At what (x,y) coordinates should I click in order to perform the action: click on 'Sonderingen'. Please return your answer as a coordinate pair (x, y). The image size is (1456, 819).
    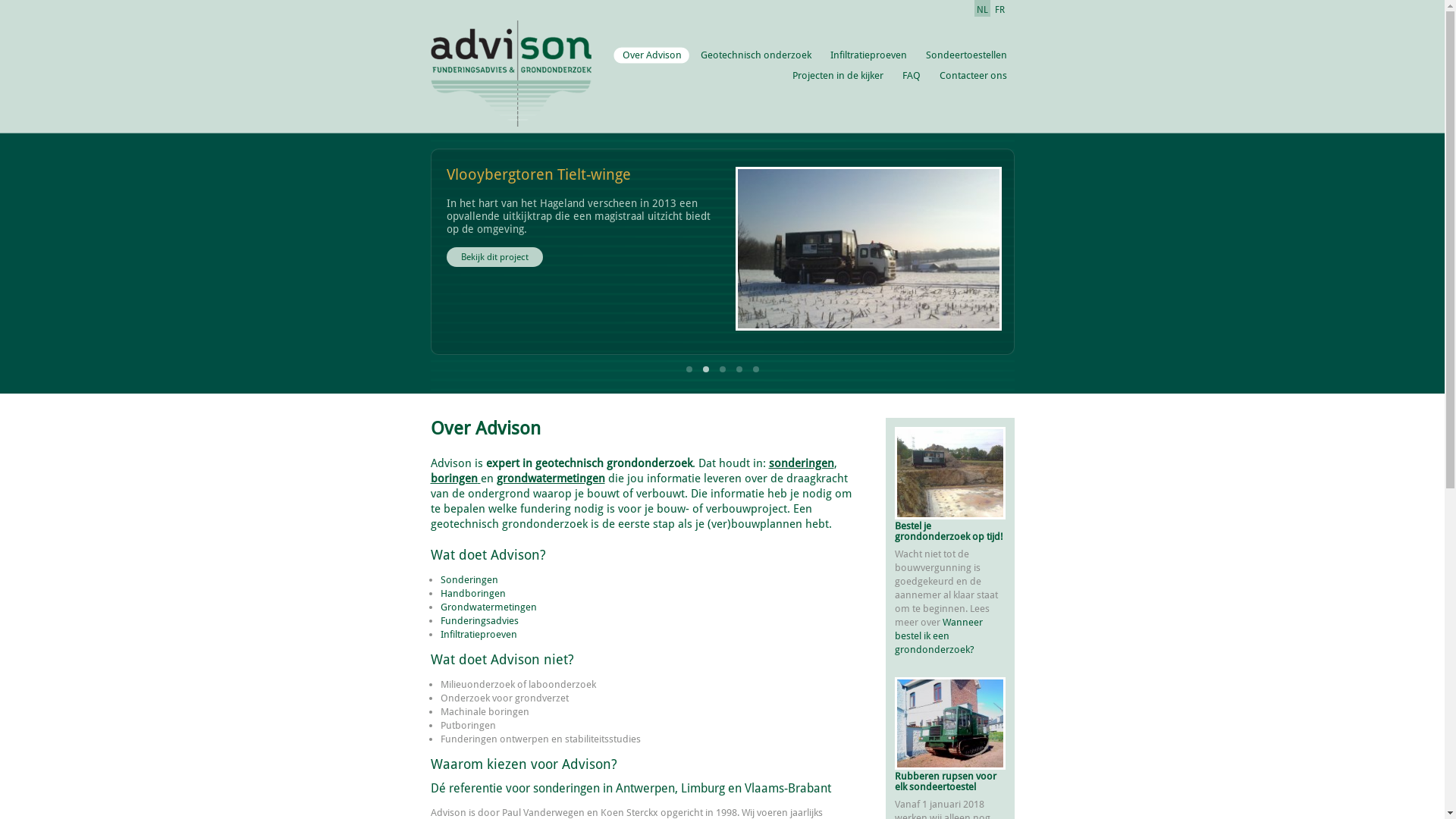
    Looking at the image, I should click on (439, 579).